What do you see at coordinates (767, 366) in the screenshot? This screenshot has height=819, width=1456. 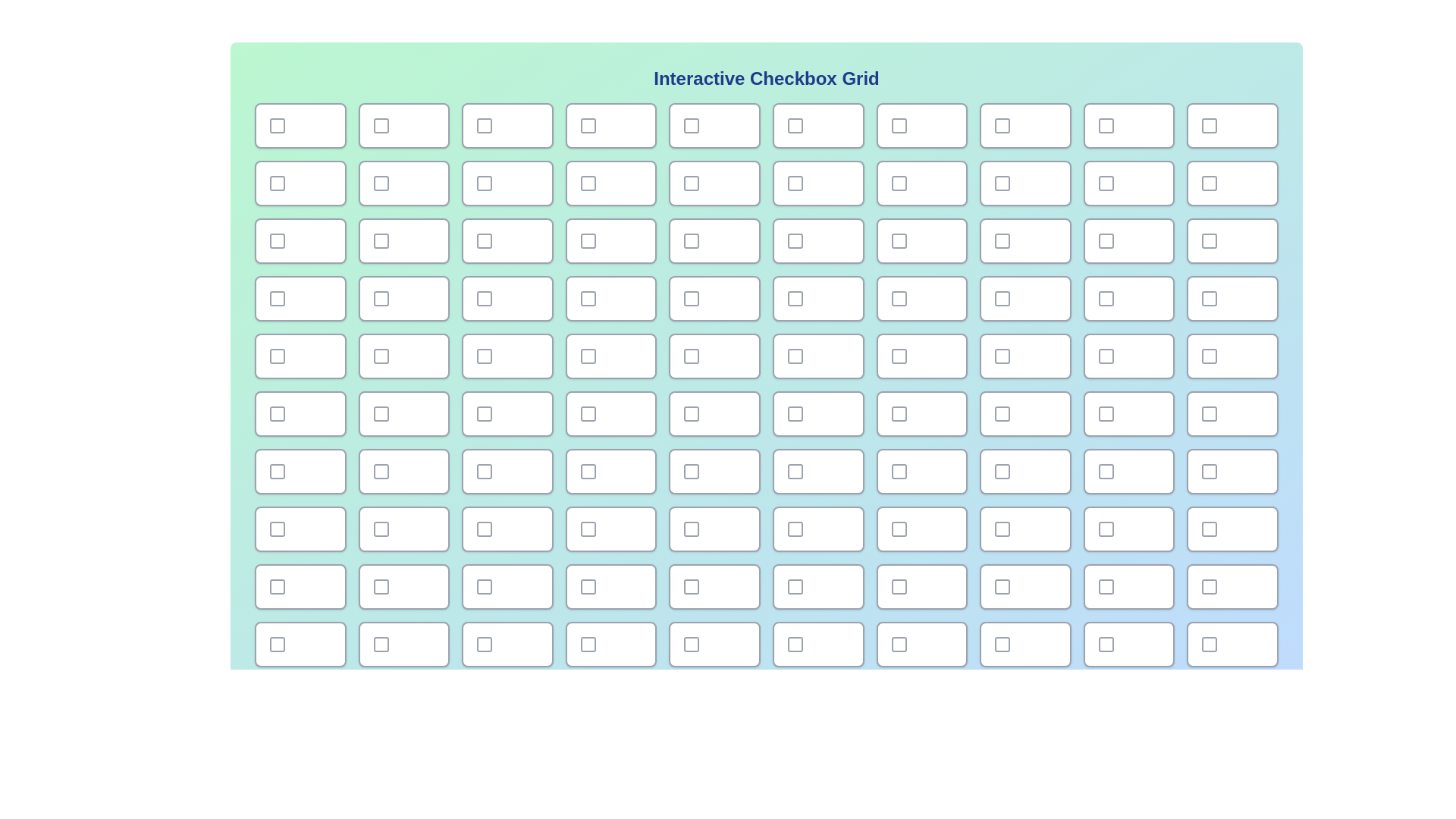 I see `the background gradient to focus on the component` at bounding box center [767, 366].